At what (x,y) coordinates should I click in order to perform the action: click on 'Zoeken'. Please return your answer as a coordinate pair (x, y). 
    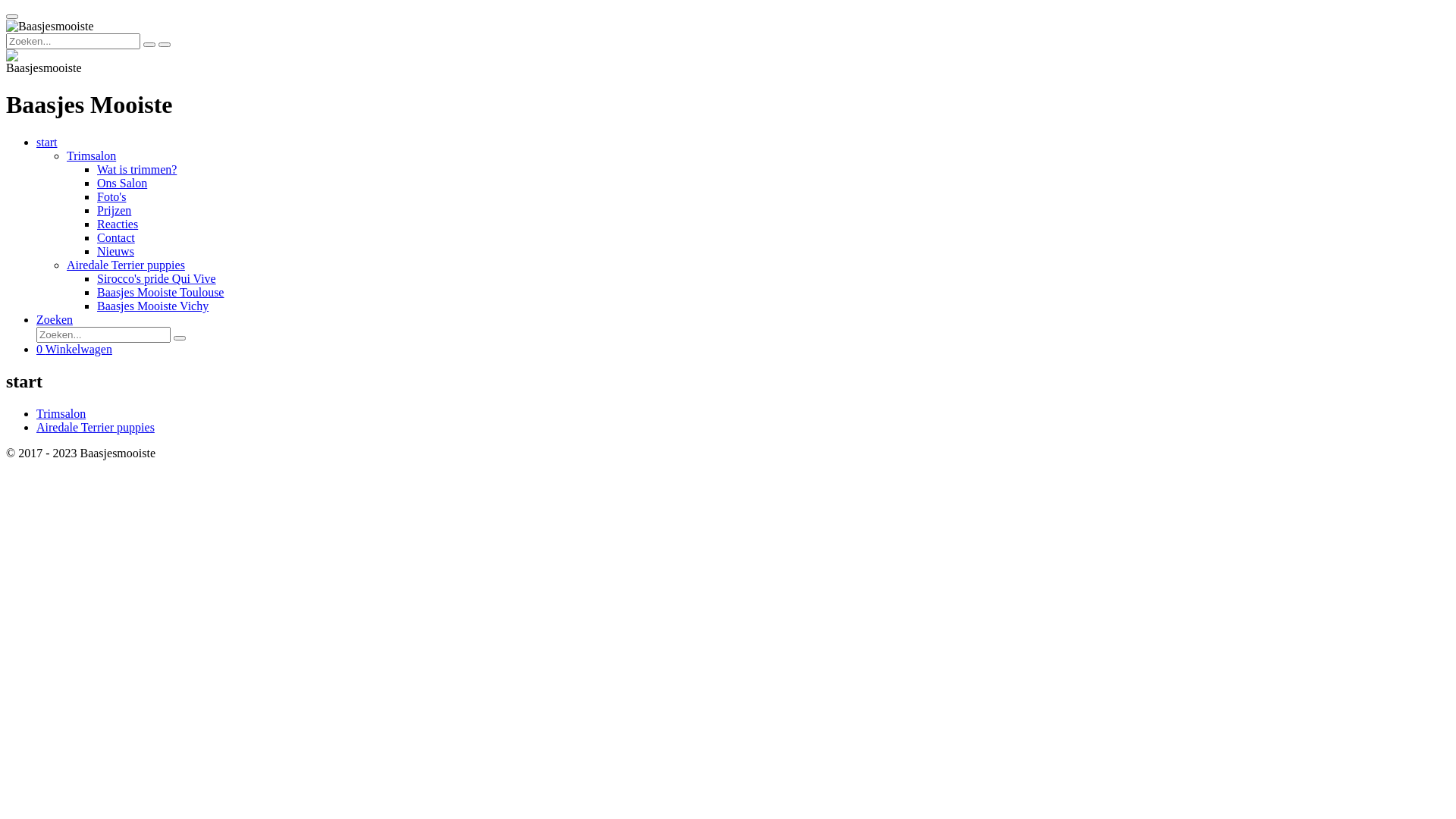
    Looking at the image, I should click on (55, 318).